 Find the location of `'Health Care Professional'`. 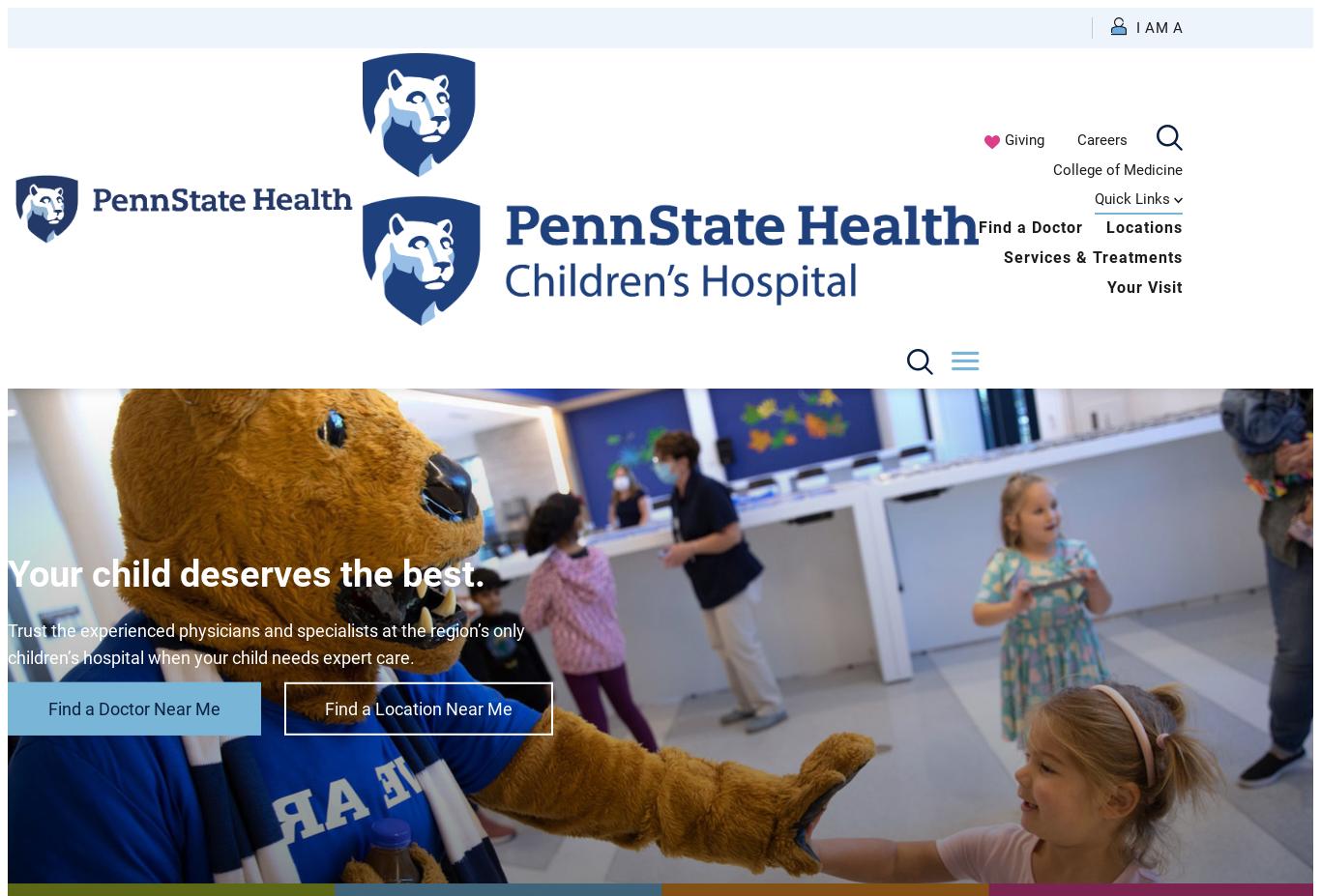

'Health Care Professional' is located at coordinates (898, 246).